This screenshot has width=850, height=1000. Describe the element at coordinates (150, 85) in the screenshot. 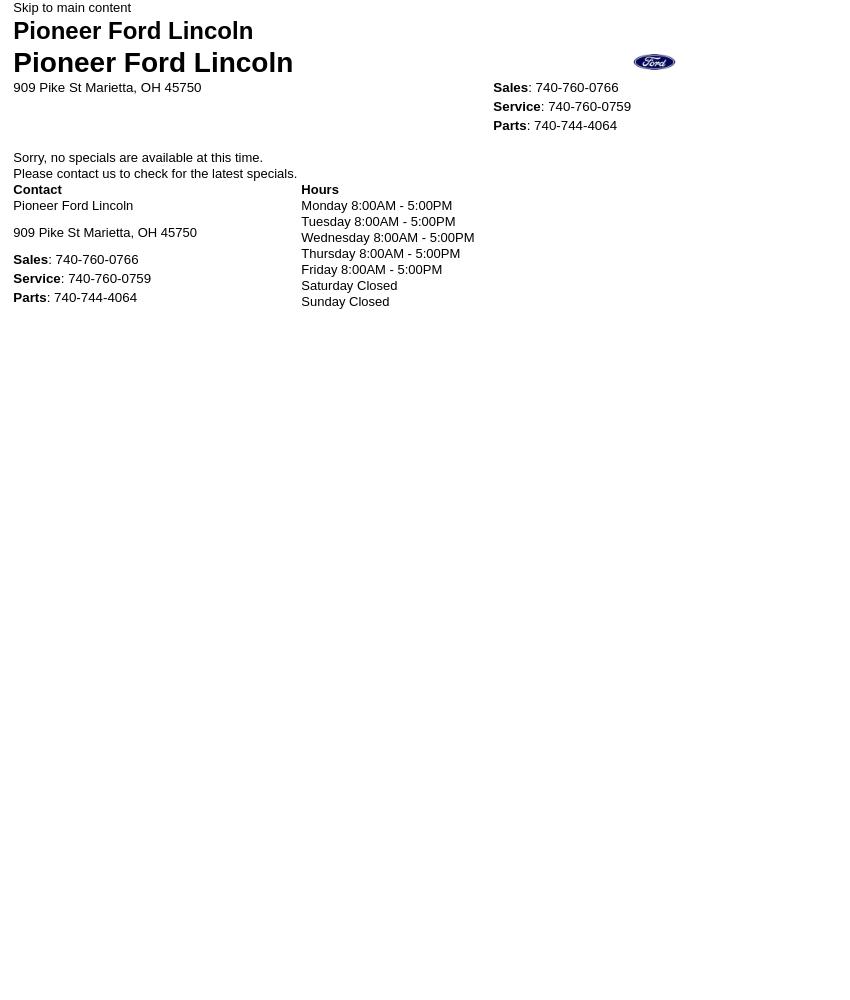

I see `'OH'` at that location.